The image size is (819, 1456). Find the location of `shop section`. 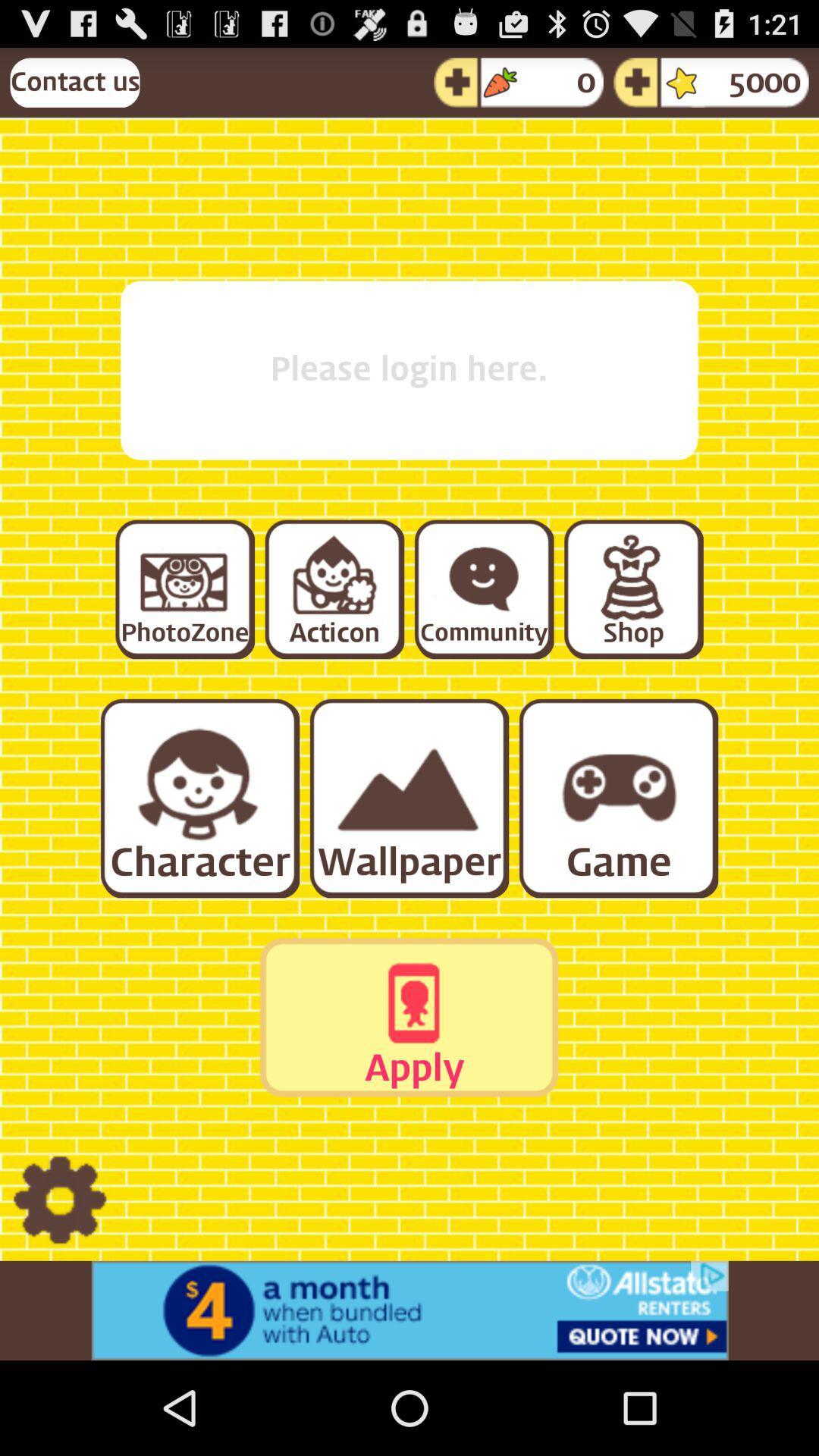

shop section is located at coordinates (632, 588).